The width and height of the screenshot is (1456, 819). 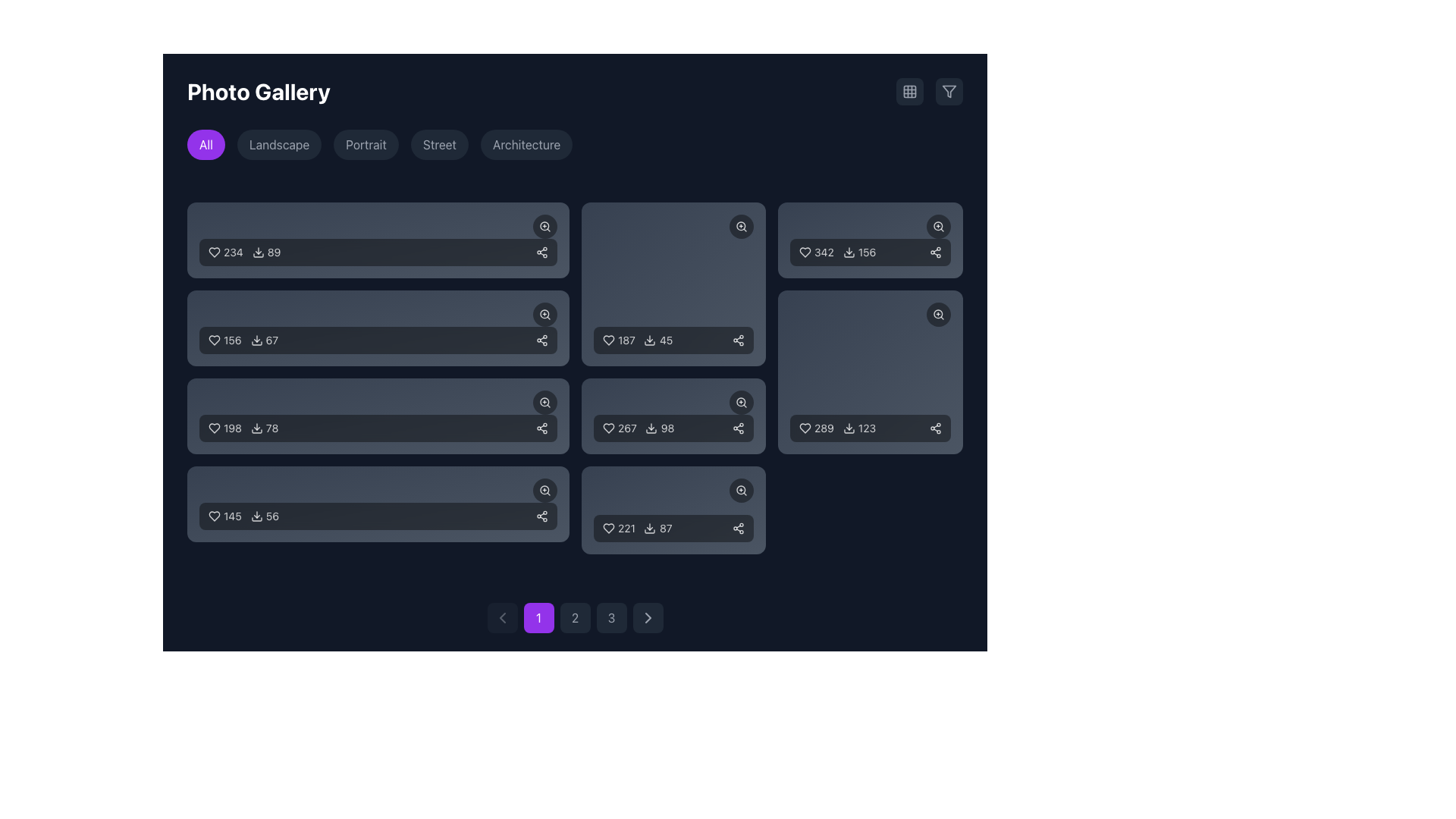 What do you see at coordinates (544, 227) in the screenshot?
I see `the circular button with a magnifying glass icon located at the top-right corner of the first rectangular card to zoom in` at bounding box center [544, 227].